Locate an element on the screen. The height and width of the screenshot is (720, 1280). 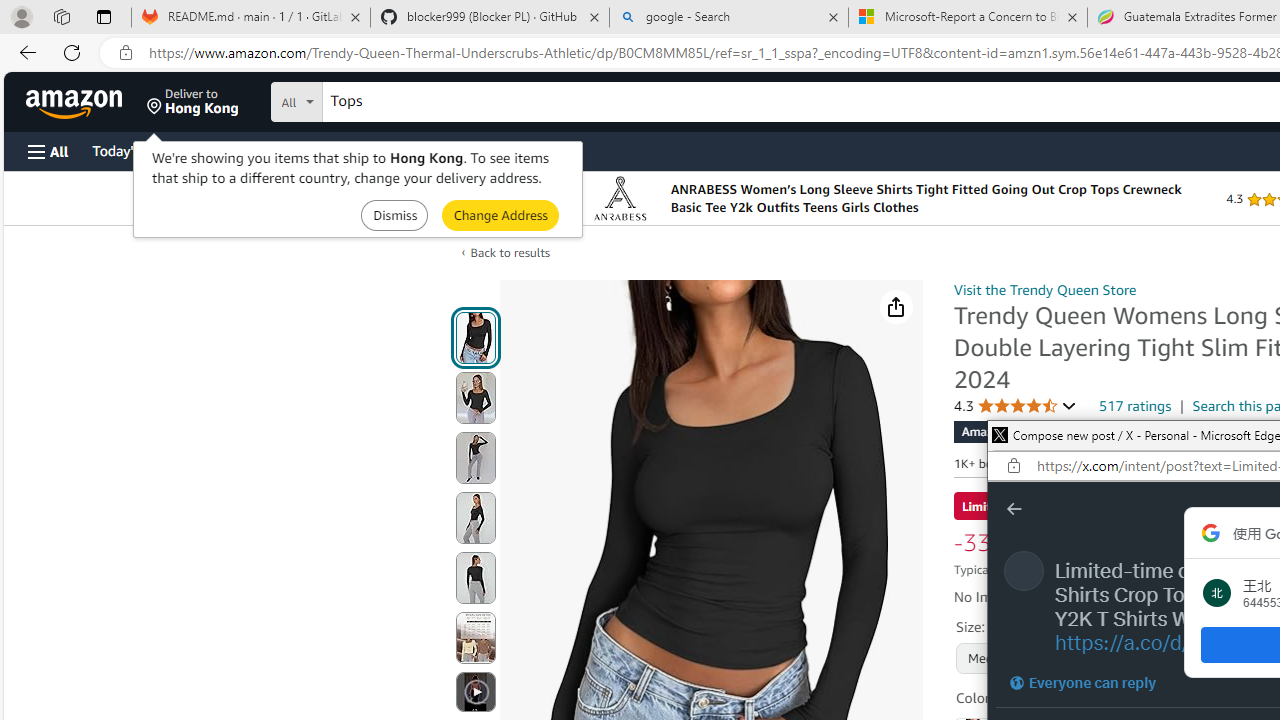
'Skip to main content' is located at coordinates (86, 100).